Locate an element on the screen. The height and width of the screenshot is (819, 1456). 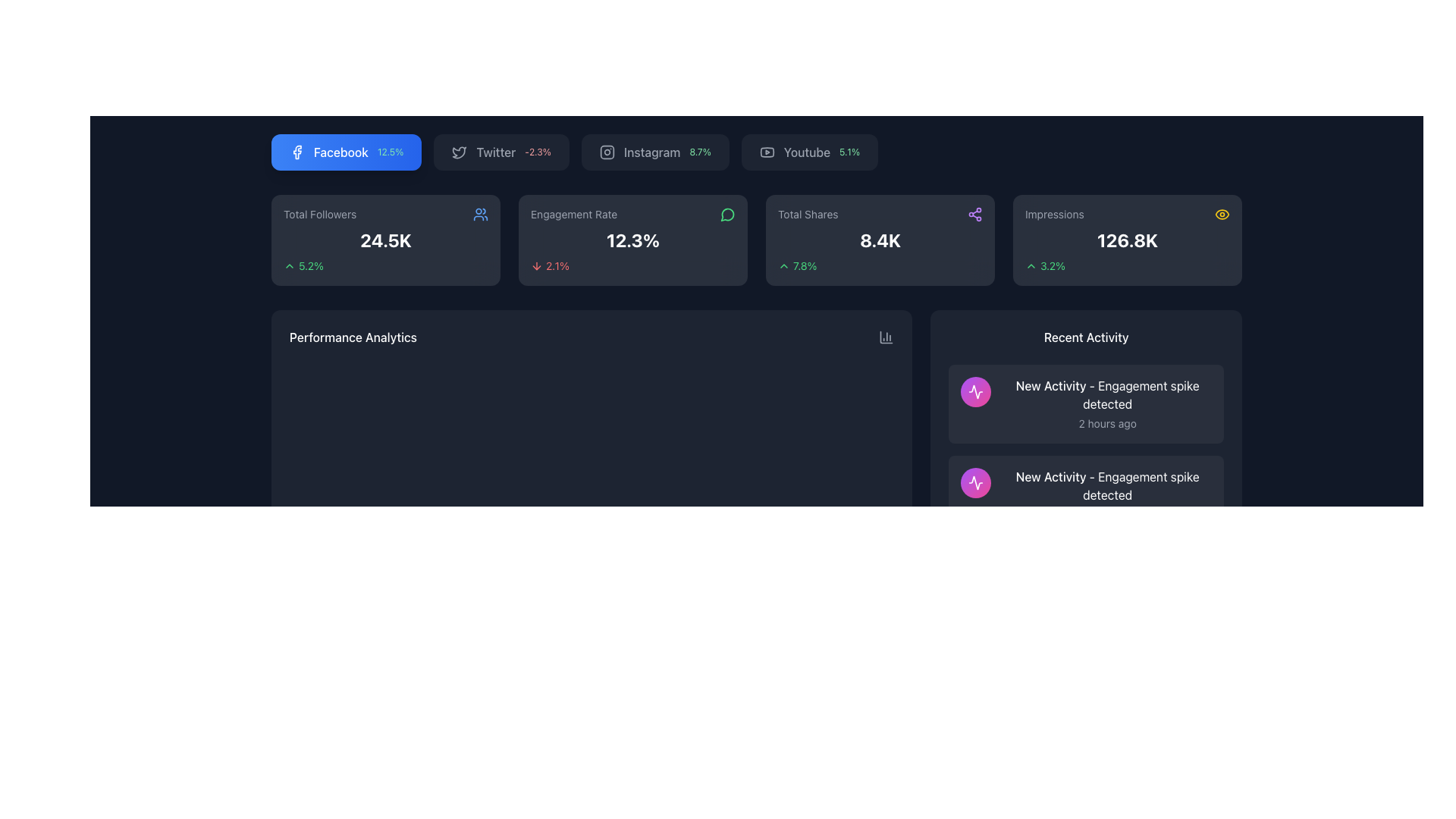
the activity icon in the 'Recent Activity' panel is located at coordinates (976, 482).